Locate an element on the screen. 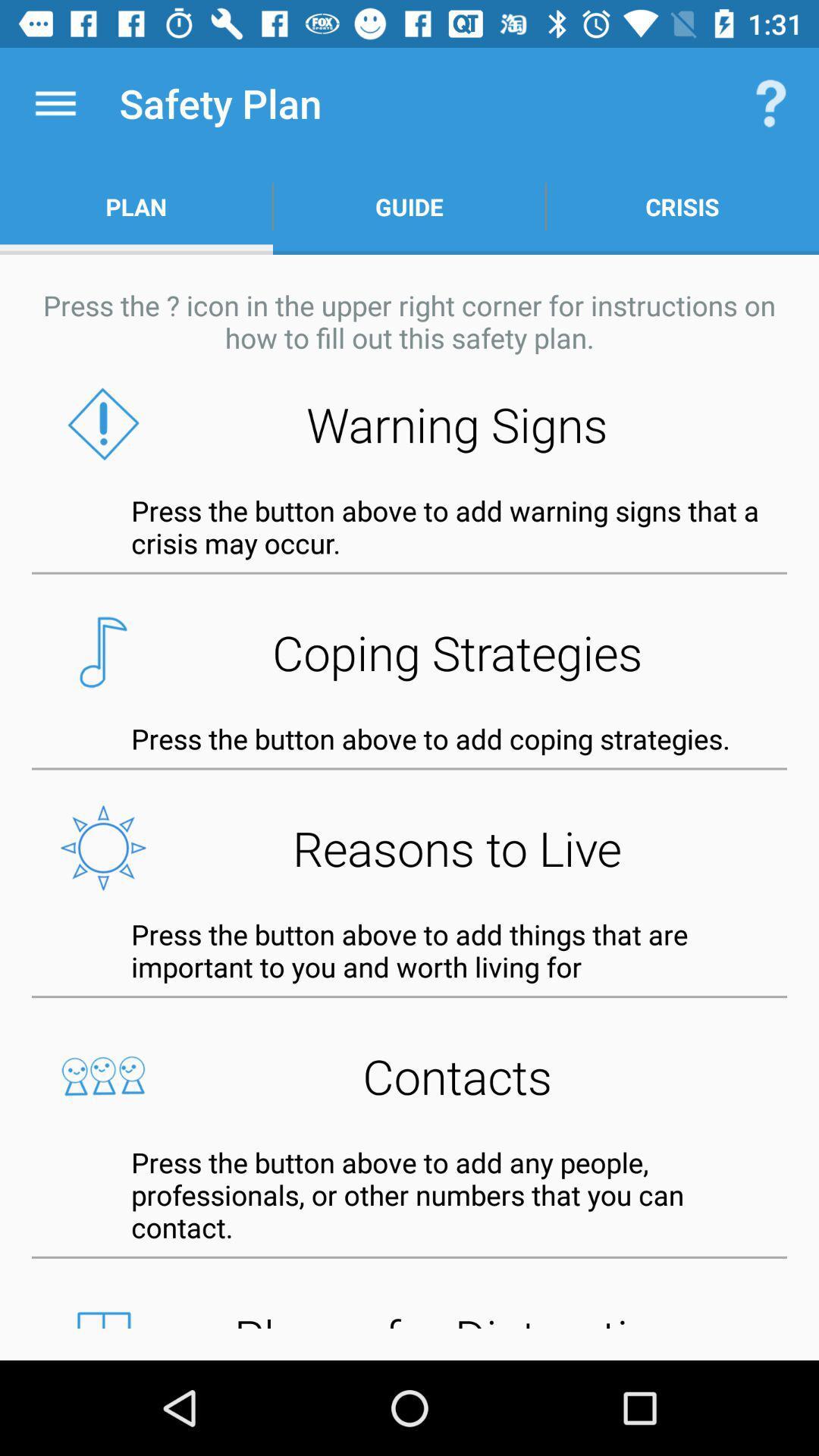 The image size is (819, 1456). item to the left of the crisis app is located at coordinates (409, 206).